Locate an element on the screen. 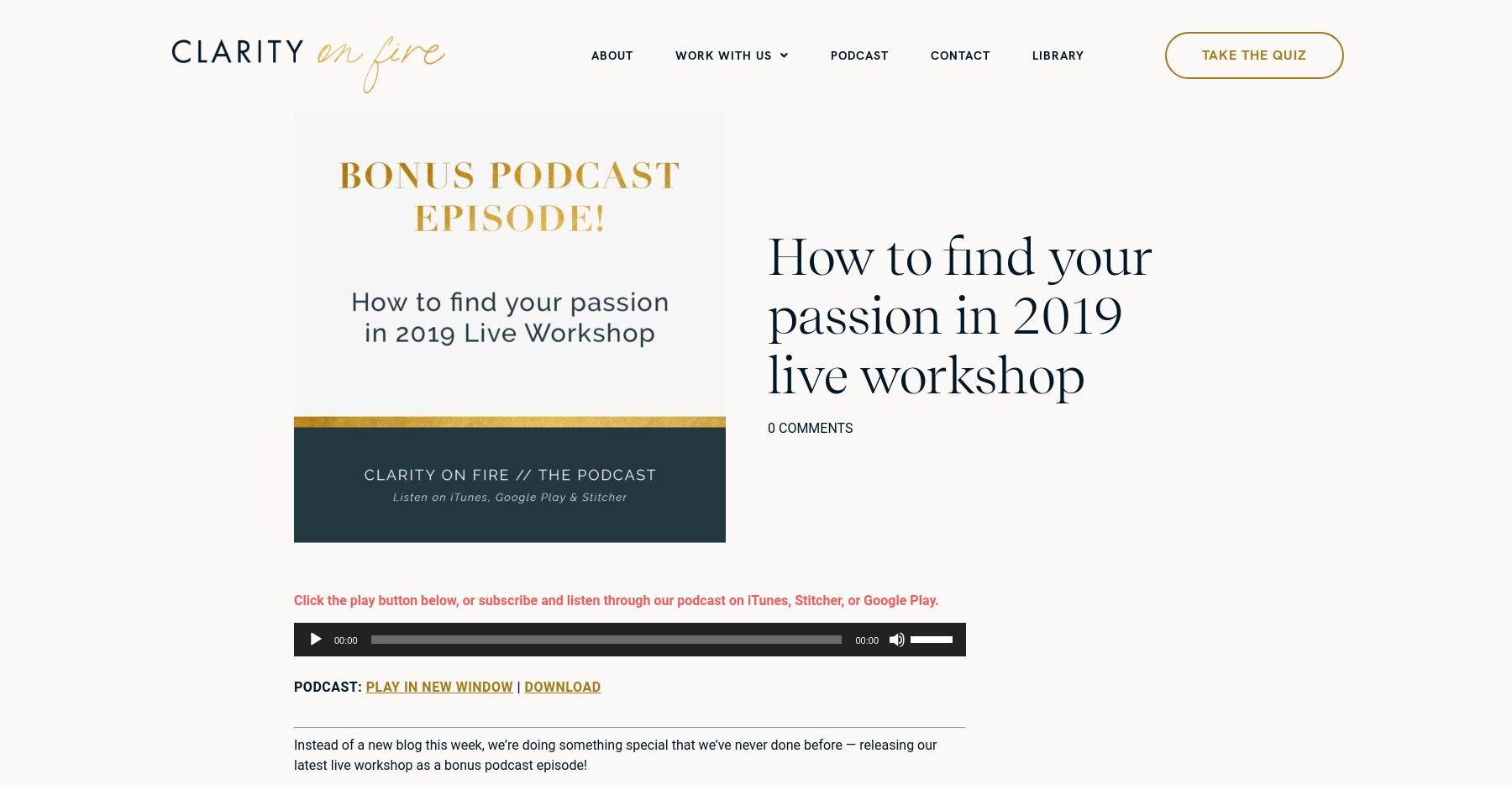 The image size is (1512, 785). 'Play in new window' is located at coordinates (438, 687).